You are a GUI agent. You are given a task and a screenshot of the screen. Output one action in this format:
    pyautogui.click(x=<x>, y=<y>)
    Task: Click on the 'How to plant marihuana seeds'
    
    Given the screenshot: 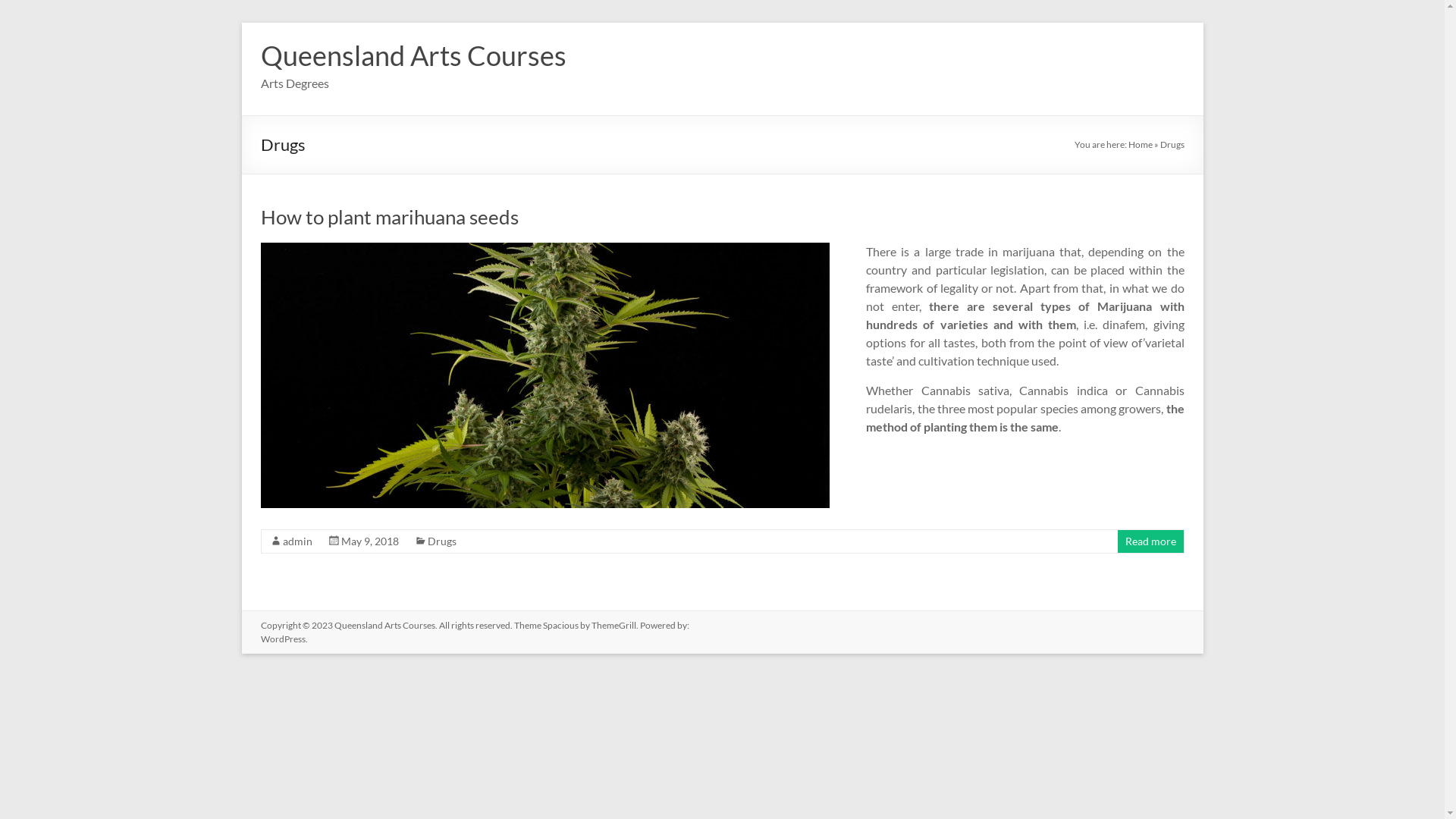 What is the action you would take?
    pyautogui.click(x=261, y=249)
    